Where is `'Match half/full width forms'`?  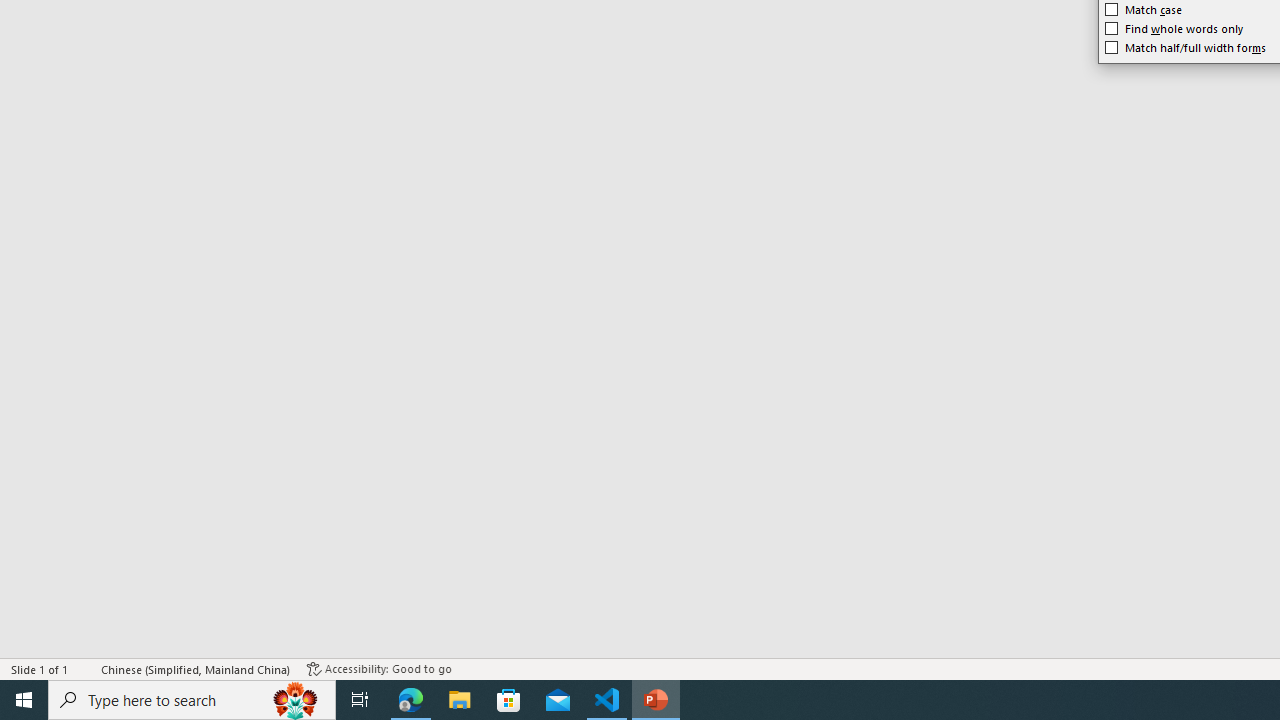
'Match half/full width forms' is located at coordinates (1186, 47).